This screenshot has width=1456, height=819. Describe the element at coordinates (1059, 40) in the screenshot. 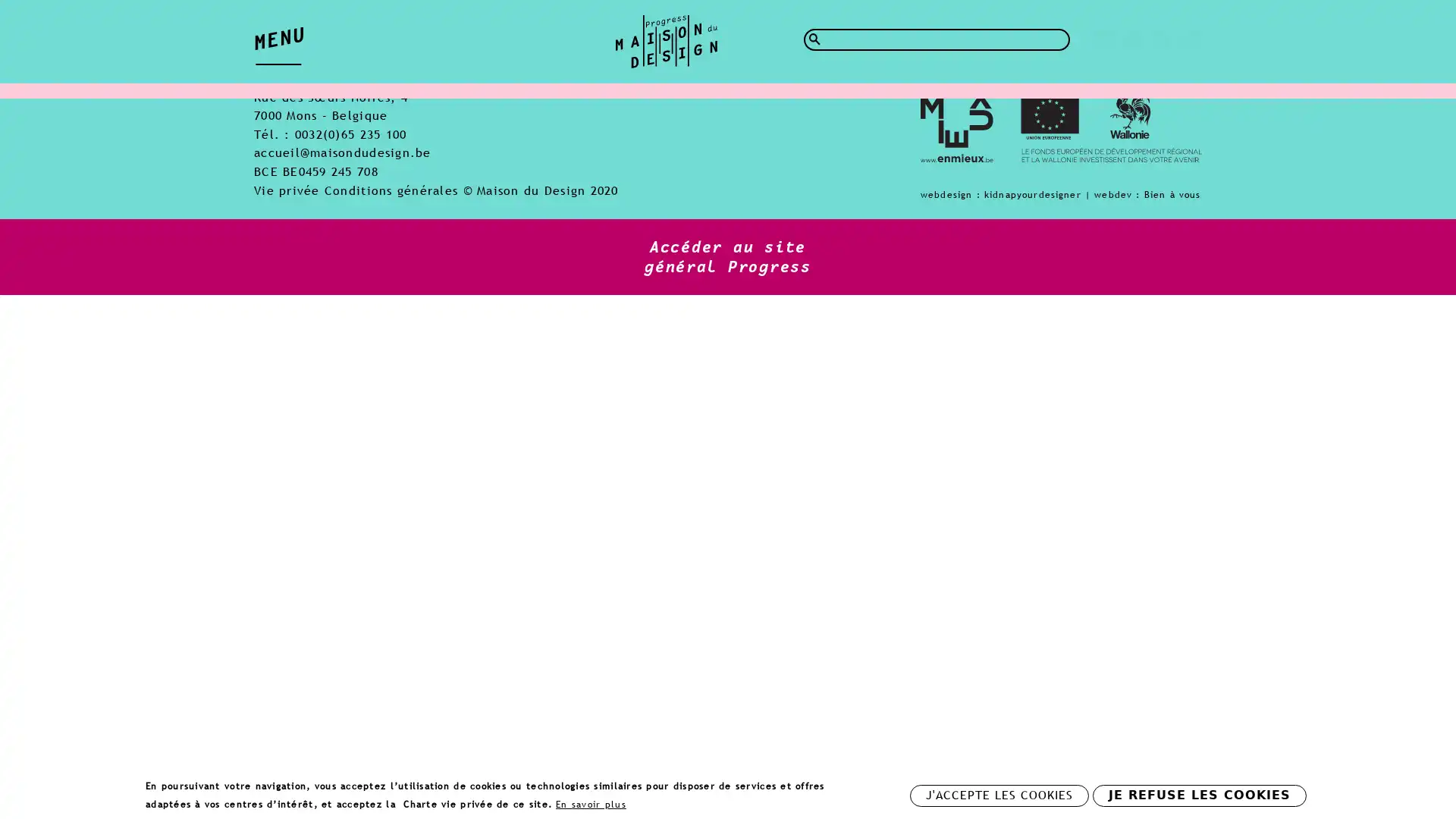

I see `Rechercher` at that location.